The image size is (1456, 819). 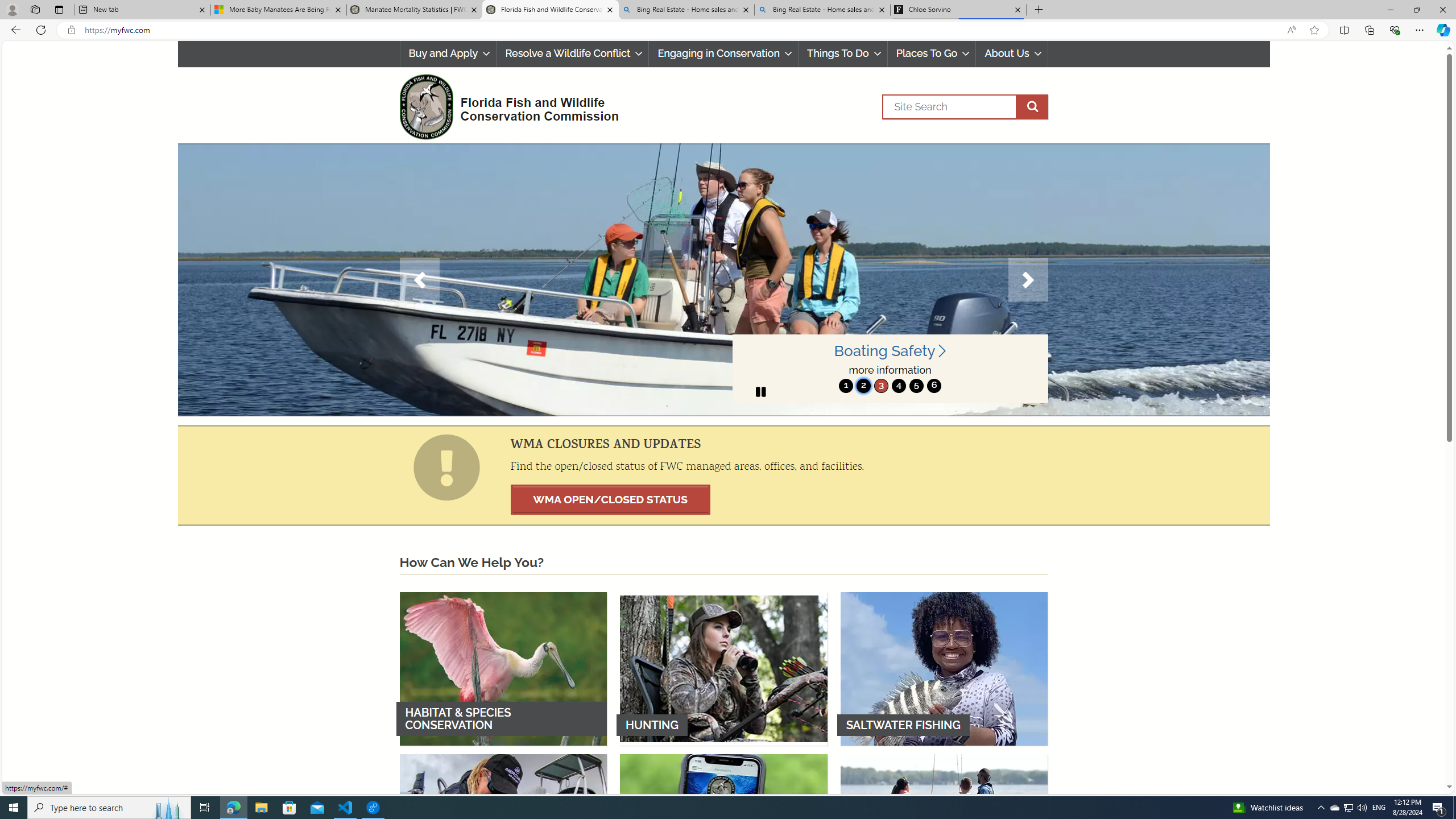 I want to click on 'SALTWATER FISHING', so click(x=944, y=668).